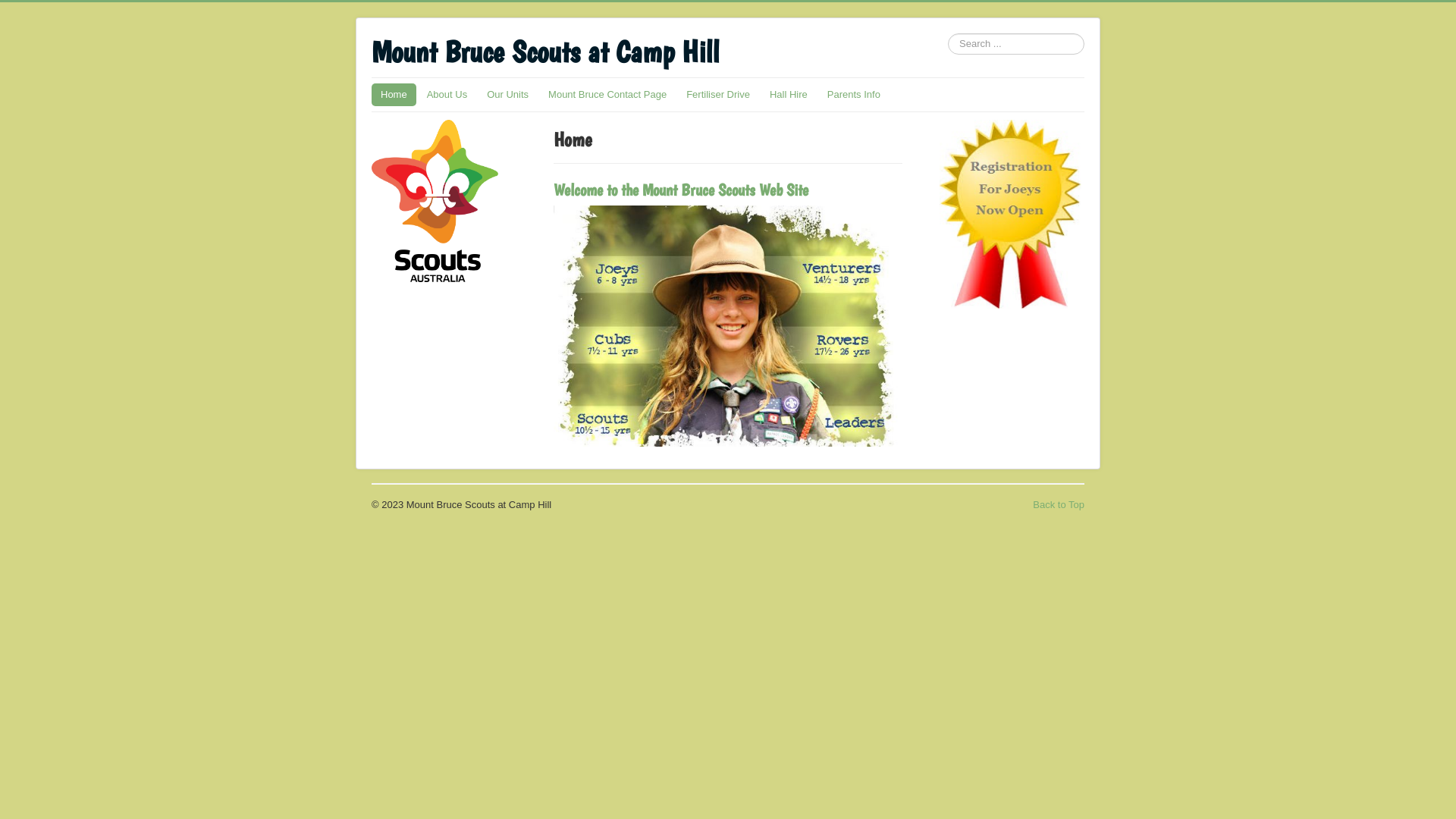 This screenshot has height=819, width=1456. What do you see at coordinates (394, 94) in the screenshot?
I see `'Home'` at bounding box center [394, 94].